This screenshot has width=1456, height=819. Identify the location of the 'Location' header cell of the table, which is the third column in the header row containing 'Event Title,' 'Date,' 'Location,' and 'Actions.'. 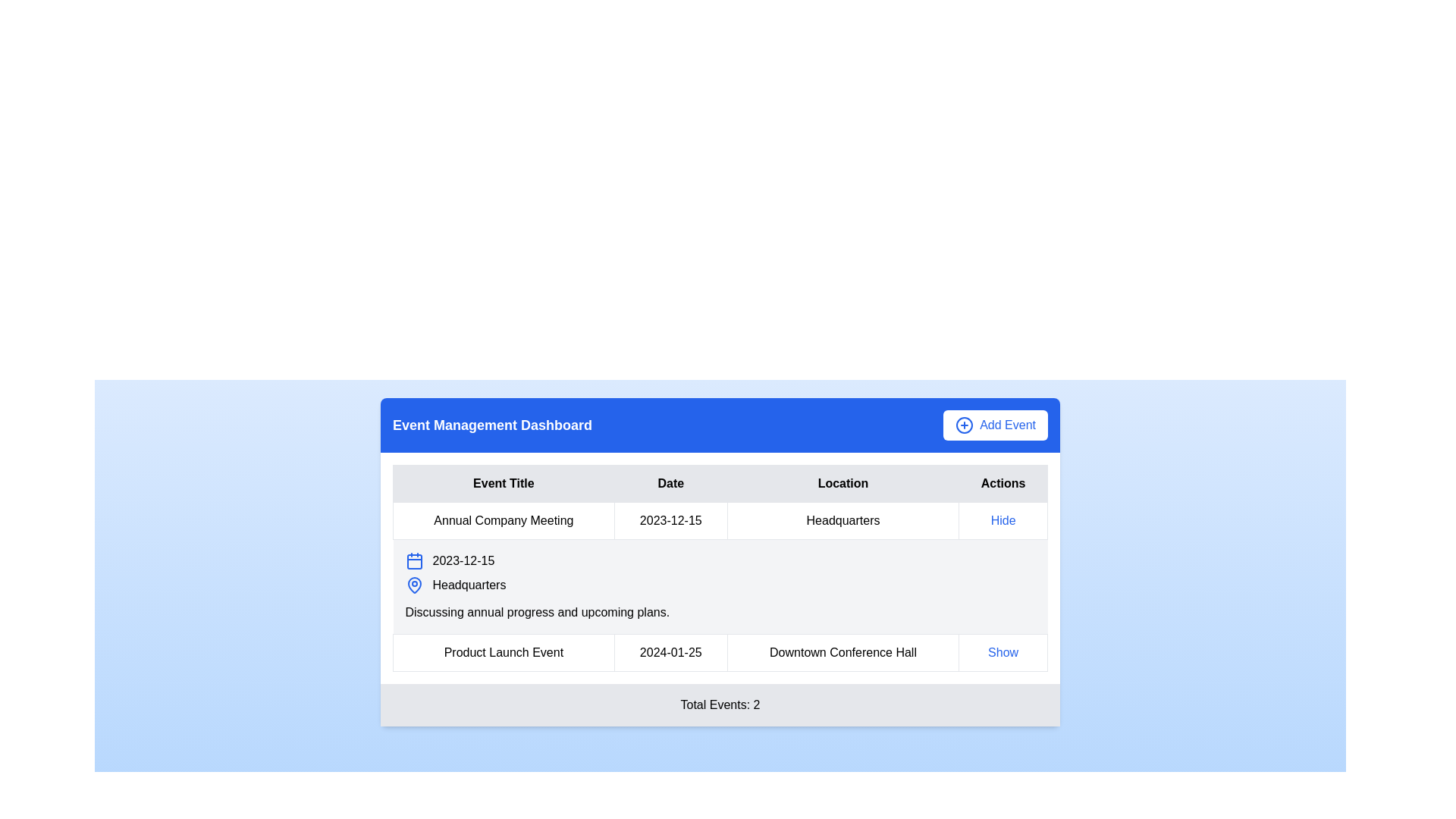
(843, 483).